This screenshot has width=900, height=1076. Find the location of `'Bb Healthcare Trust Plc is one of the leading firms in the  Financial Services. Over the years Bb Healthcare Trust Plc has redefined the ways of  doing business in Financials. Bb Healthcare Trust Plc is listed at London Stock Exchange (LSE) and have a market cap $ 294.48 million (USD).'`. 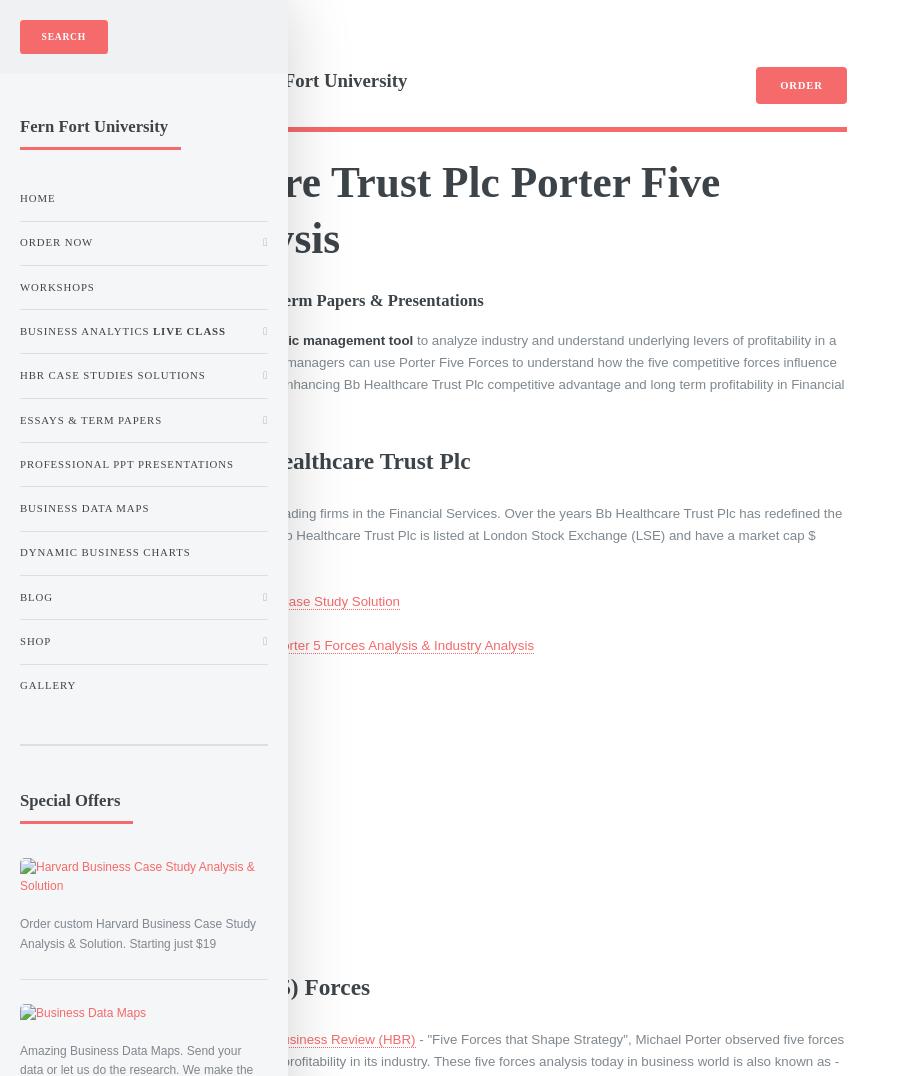

'Bb Healthcare Trust Plc is one of the leading firms in the  Financial Services. Over the years Bb Healthcare Trust Plc has redefined the ways of  doing business in Financials. Bb Healthcare Trust Plc is listed at London Stock Exchange (LSE) and have a market cap $ 294.48 million (USD).' is located at coordinates (52, 534).